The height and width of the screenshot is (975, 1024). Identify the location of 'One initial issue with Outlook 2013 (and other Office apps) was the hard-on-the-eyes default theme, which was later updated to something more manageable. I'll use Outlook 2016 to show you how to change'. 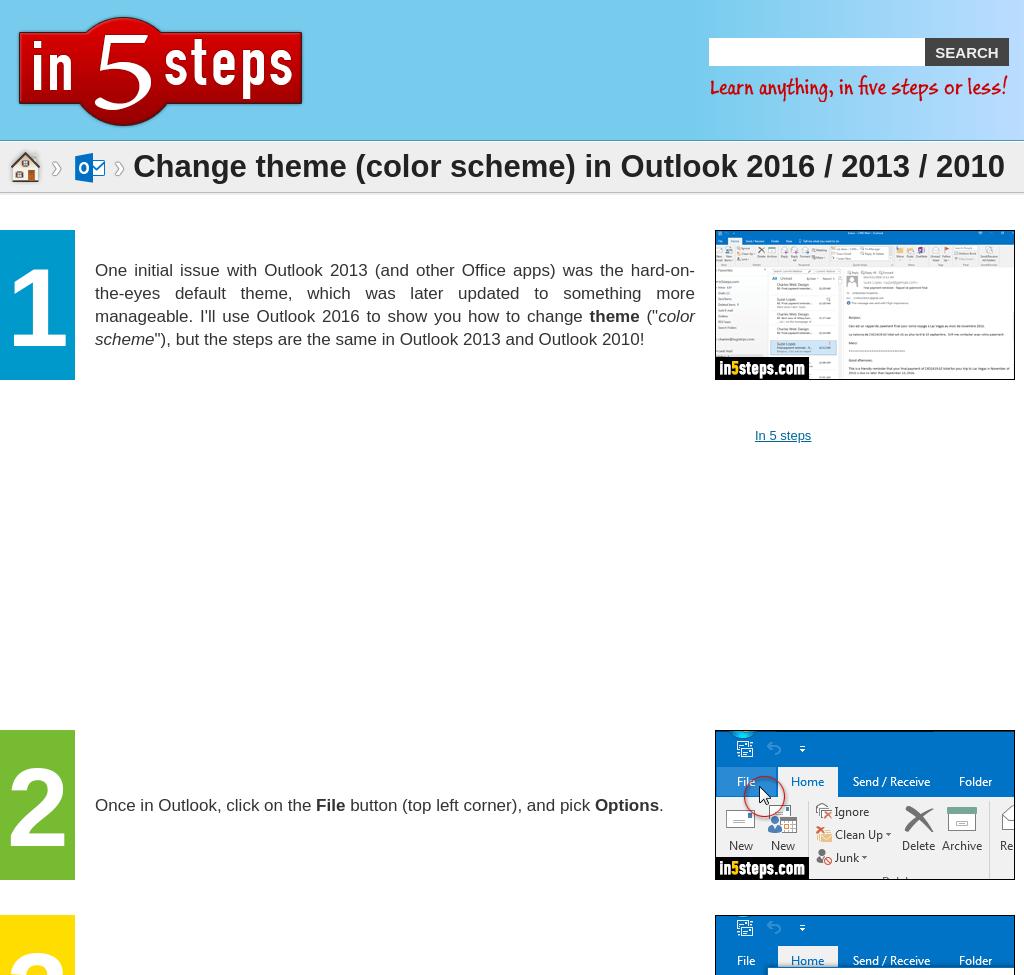
(393, 292).